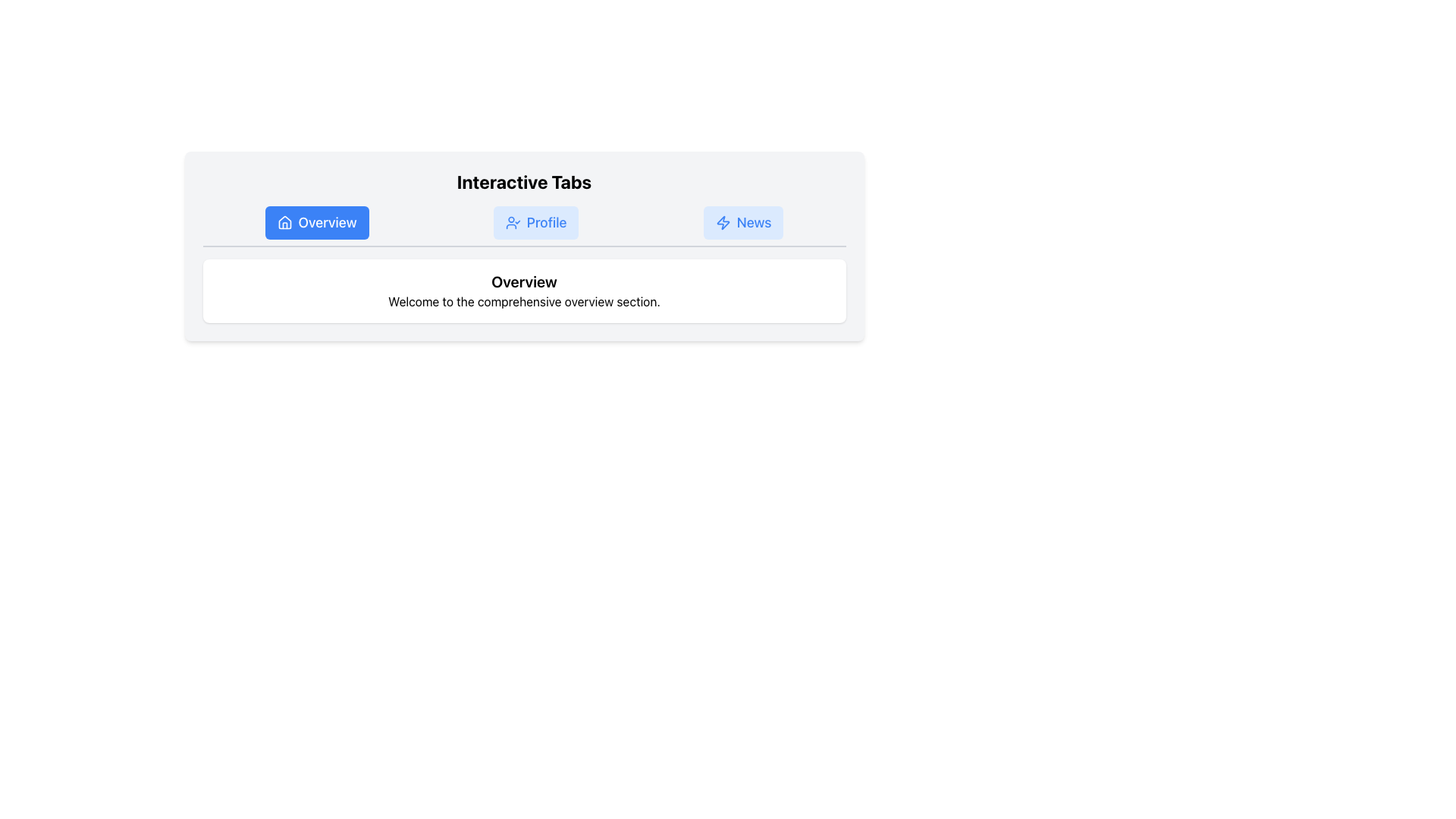 The height and width of the screenshot is (819, 1456). I want to click on the 'Profile' button, which is a rectangular button with a light blue background and blue text, located between the 'Overview' and 'News' buttons at the top-center of the interface, so click(536, 222).